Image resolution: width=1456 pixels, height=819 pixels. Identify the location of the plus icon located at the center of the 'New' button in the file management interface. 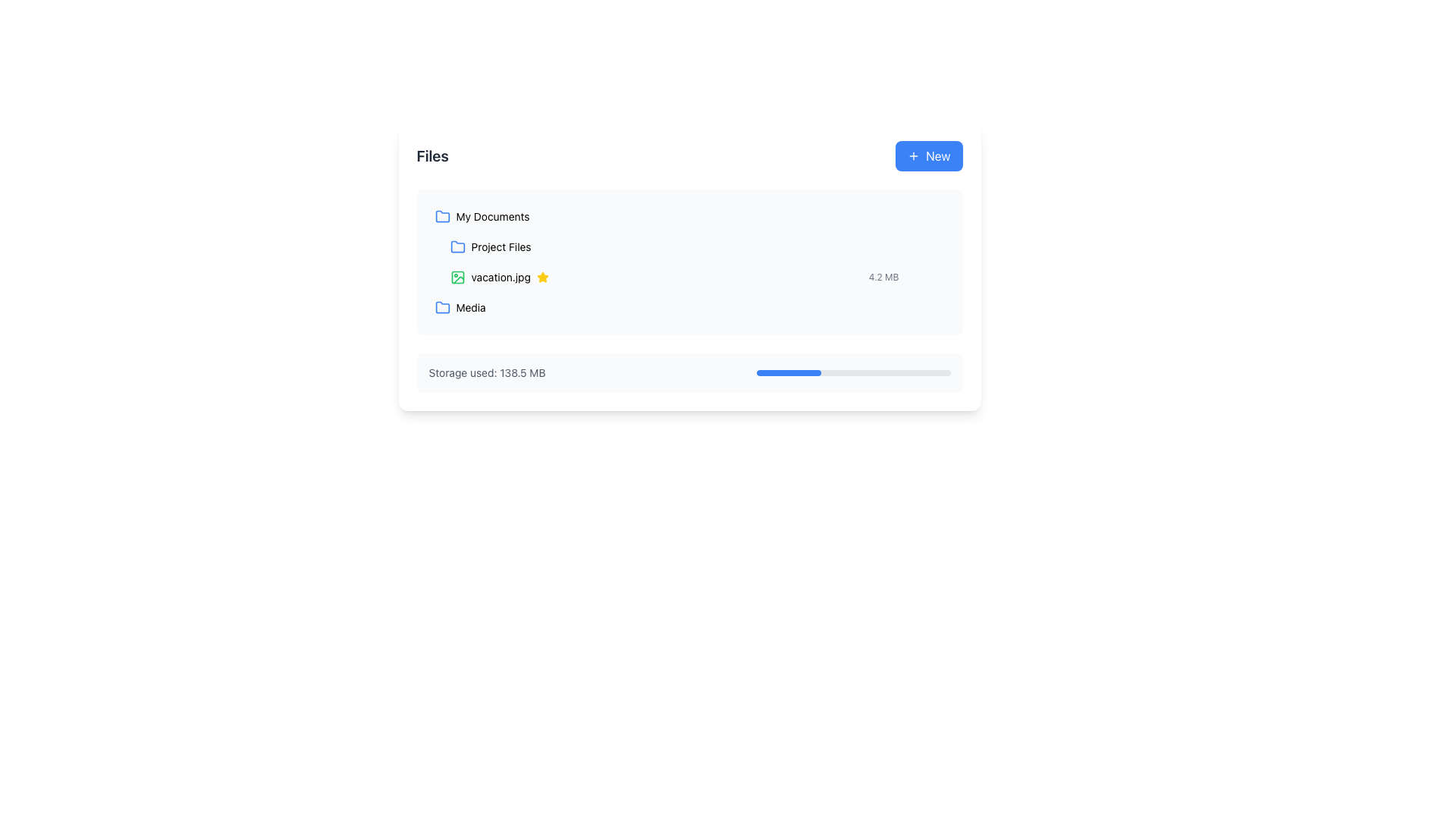
(912, 155).